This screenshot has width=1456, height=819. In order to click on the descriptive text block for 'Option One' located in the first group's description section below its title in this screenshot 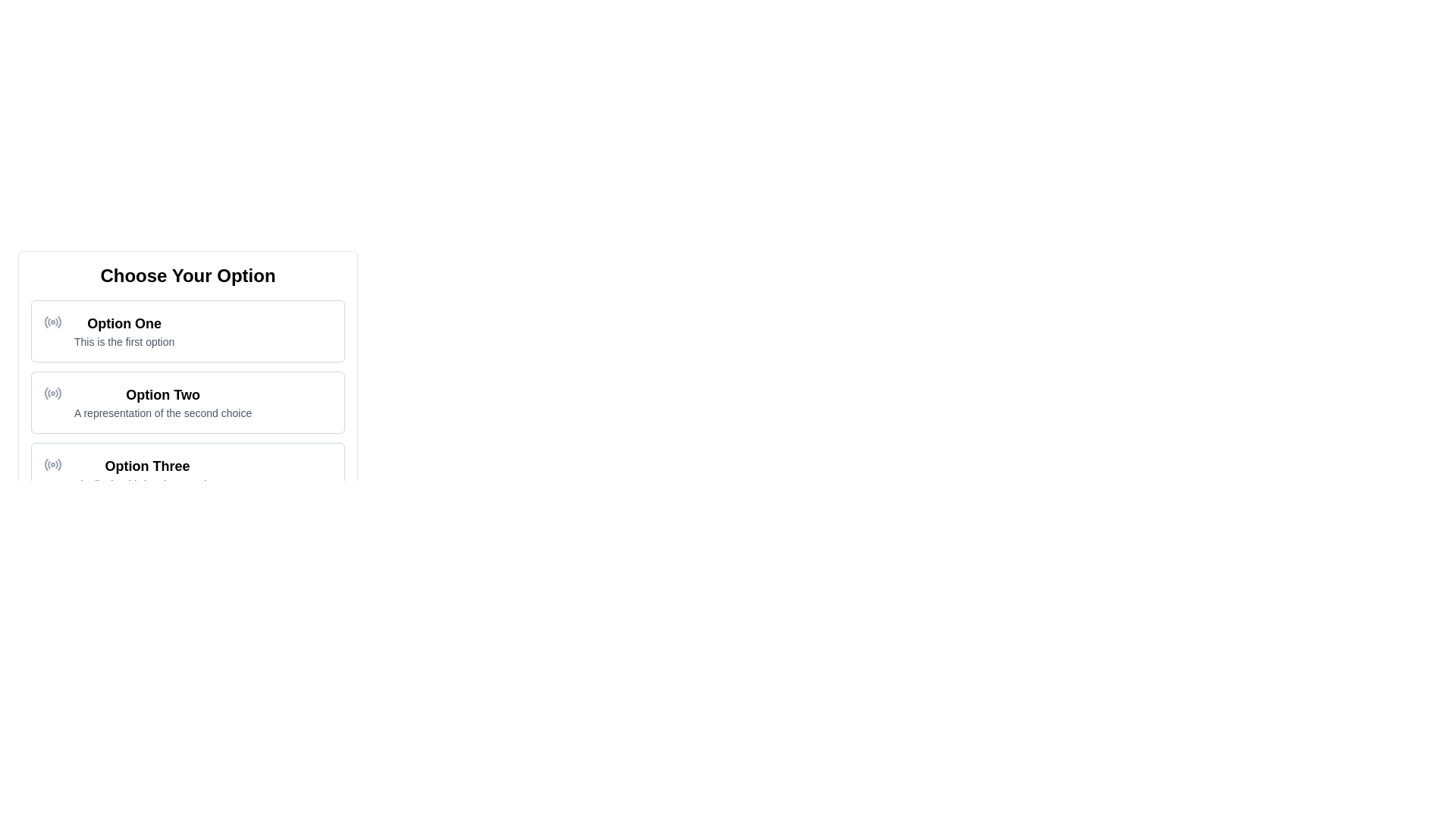, I will do `click(124, 342)`.